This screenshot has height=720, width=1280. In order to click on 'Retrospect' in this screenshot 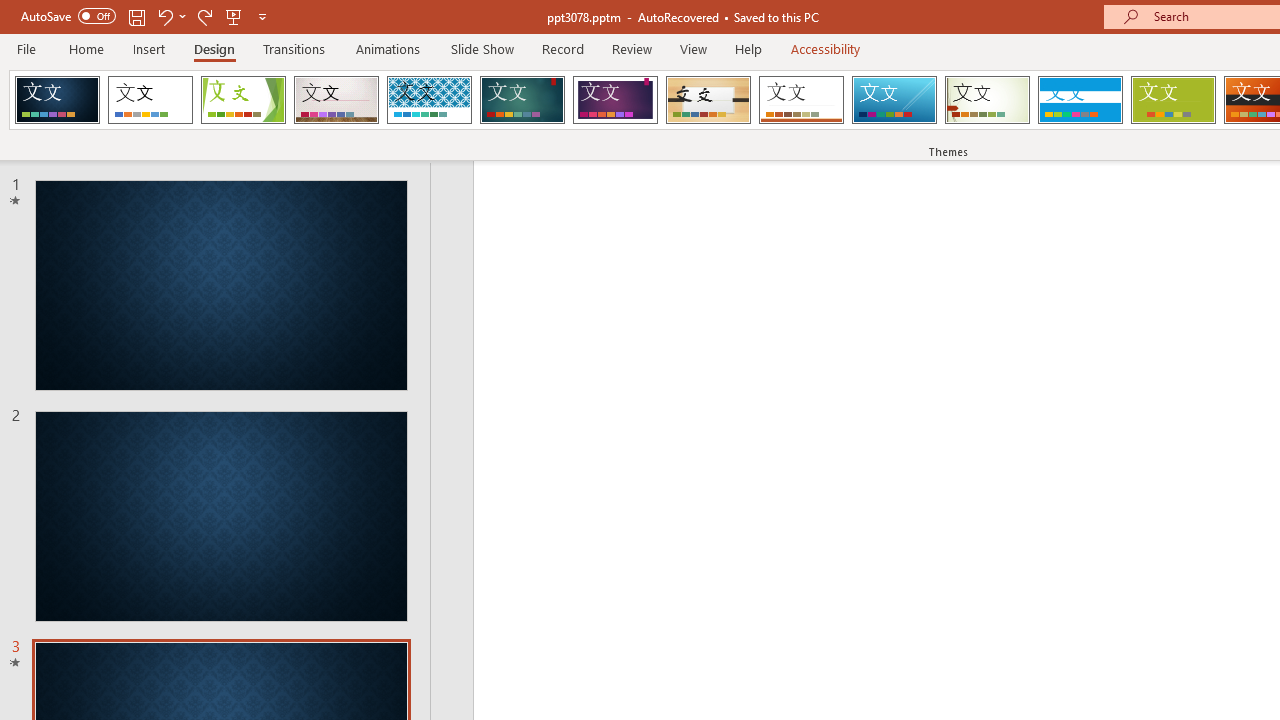, I will do `click(801, 100)`.